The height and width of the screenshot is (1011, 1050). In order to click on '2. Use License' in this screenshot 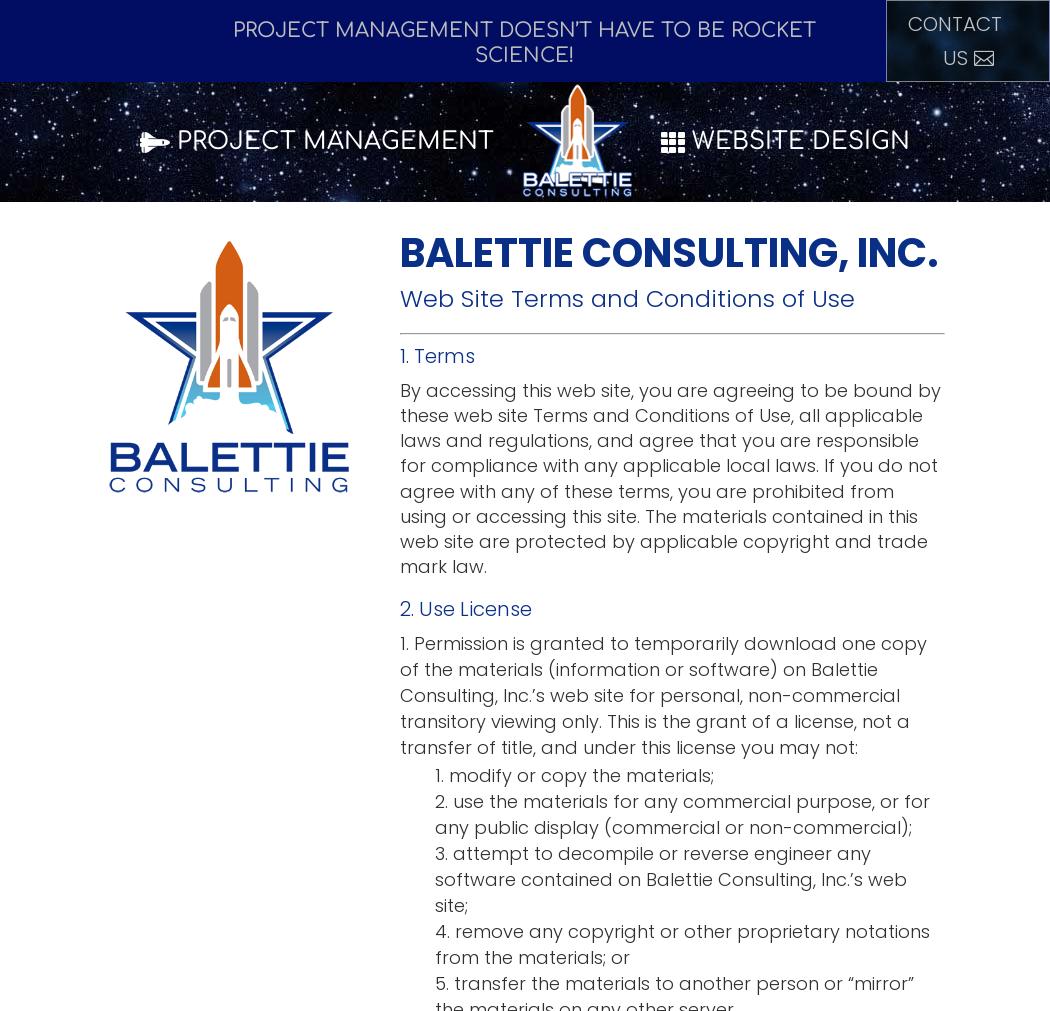, I will do `click(400, 609)`.